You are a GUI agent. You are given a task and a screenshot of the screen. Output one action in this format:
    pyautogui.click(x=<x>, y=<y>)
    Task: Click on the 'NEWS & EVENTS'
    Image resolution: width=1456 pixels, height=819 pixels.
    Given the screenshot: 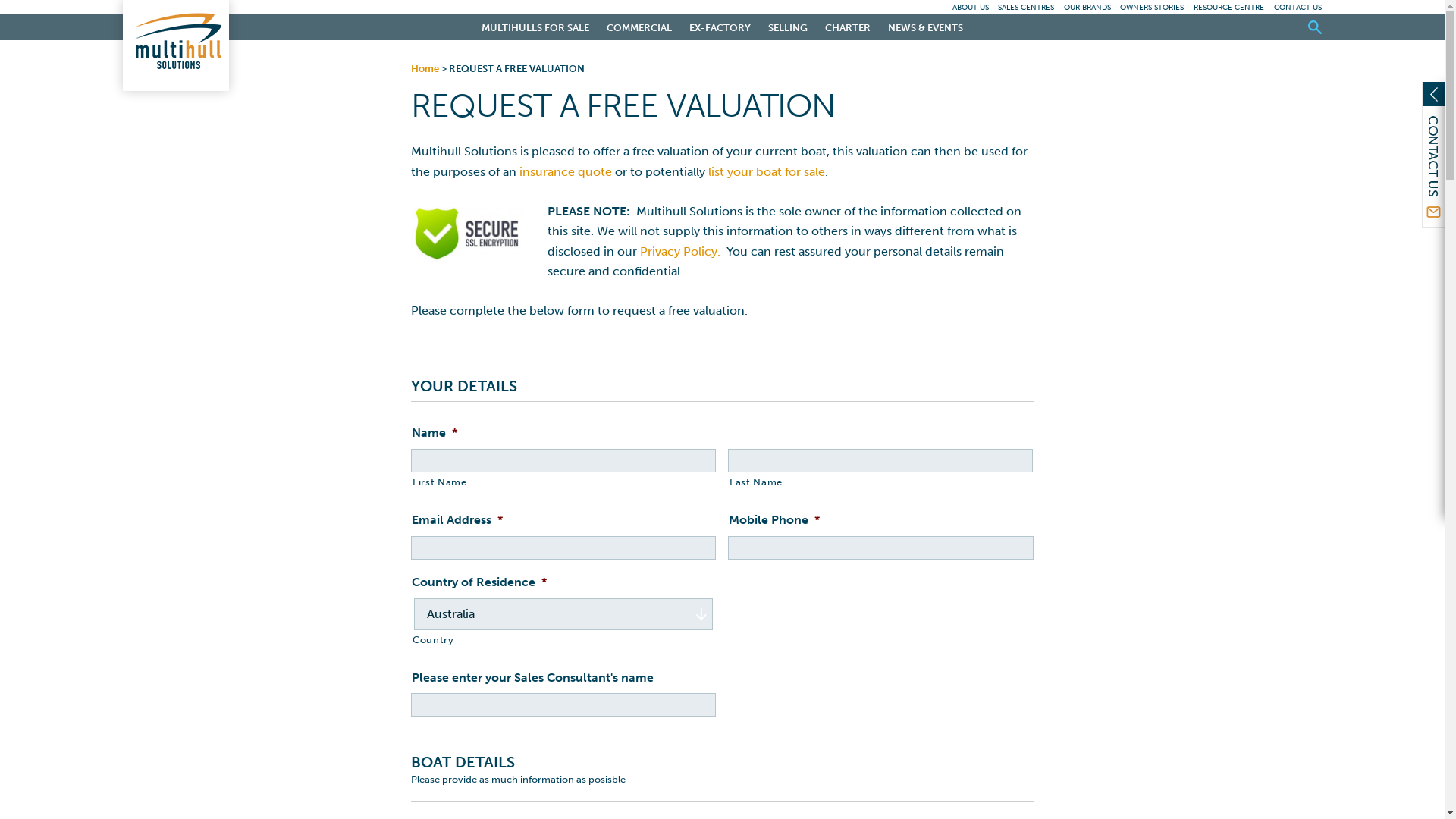 What is the action you would take?
    pyautogui.click(x=924, y=27)
    